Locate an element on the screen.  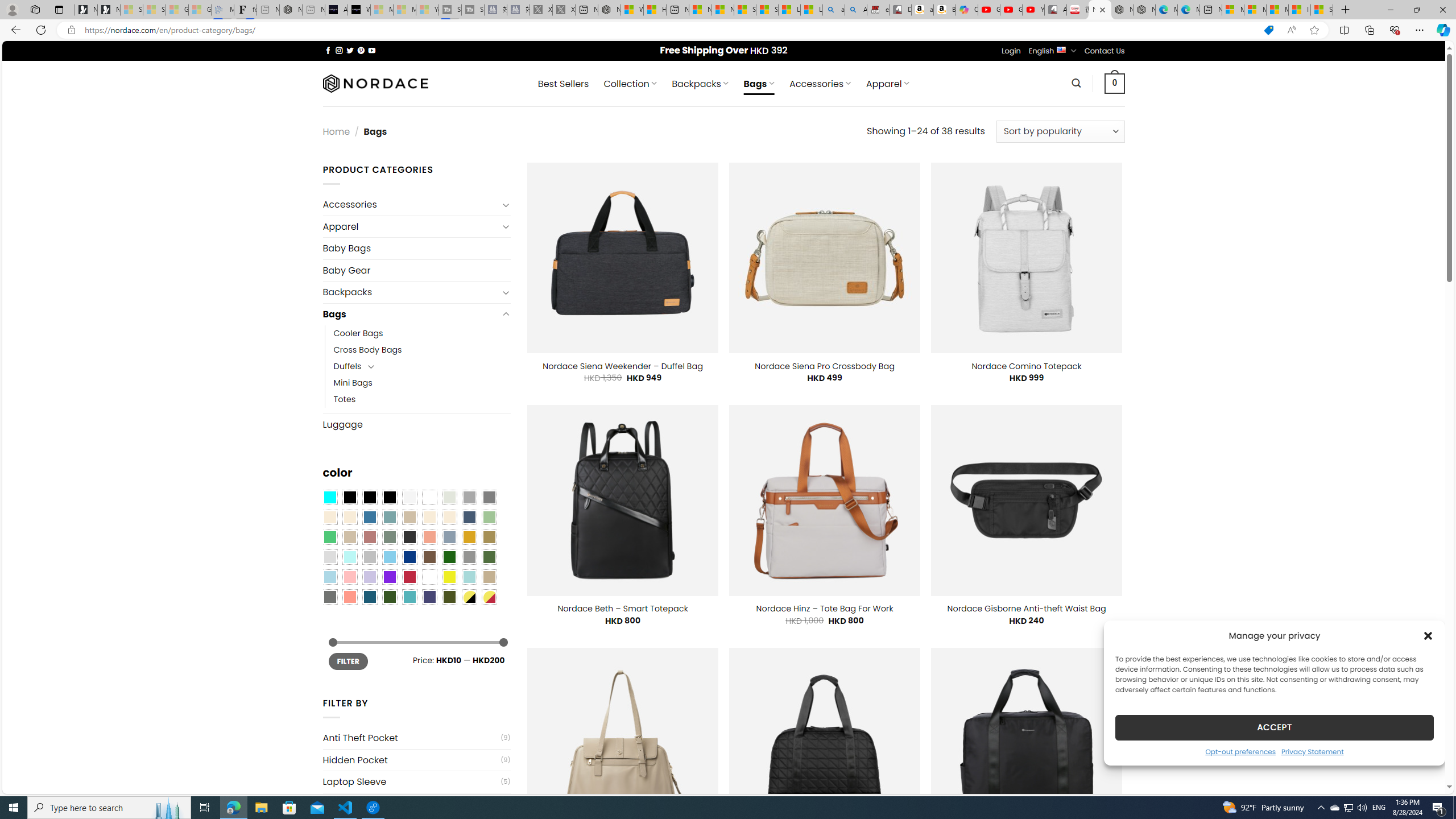
'Class: cmplz-close' is located at coordinates (1428, 635).